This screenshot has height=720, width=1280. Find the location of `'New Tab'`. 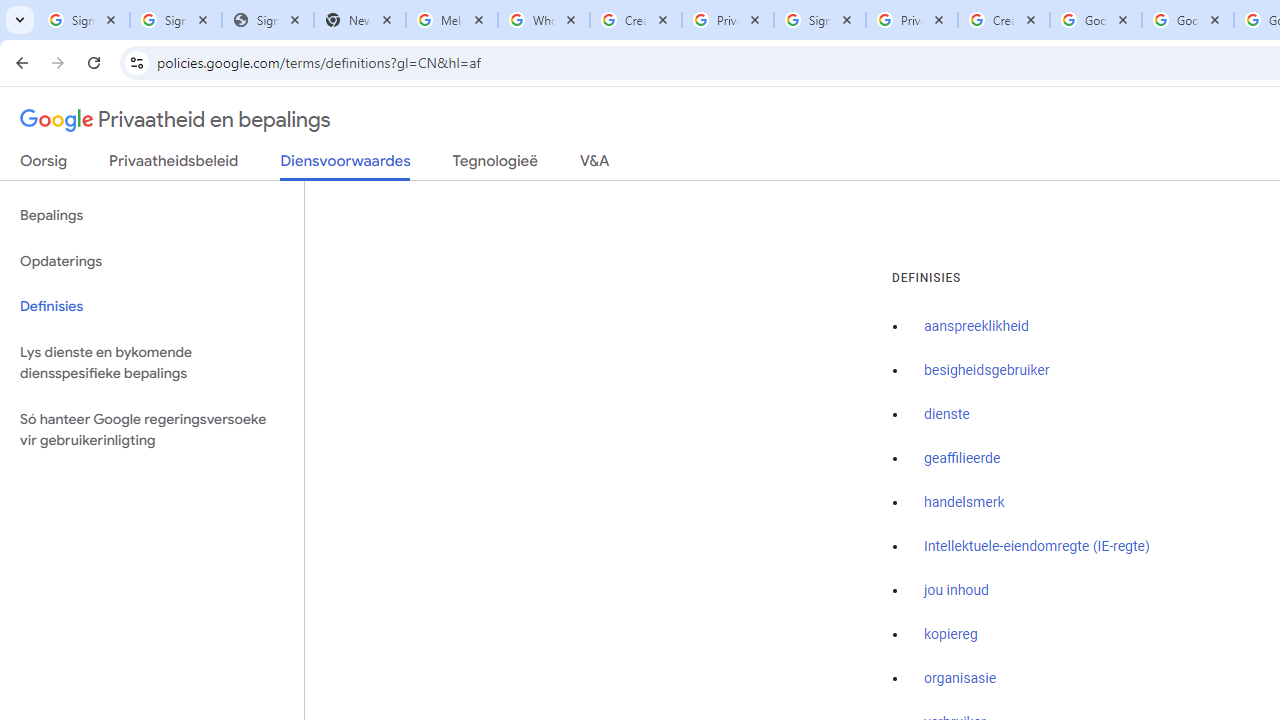

'New Tab' is located at coordinates (359, 20).